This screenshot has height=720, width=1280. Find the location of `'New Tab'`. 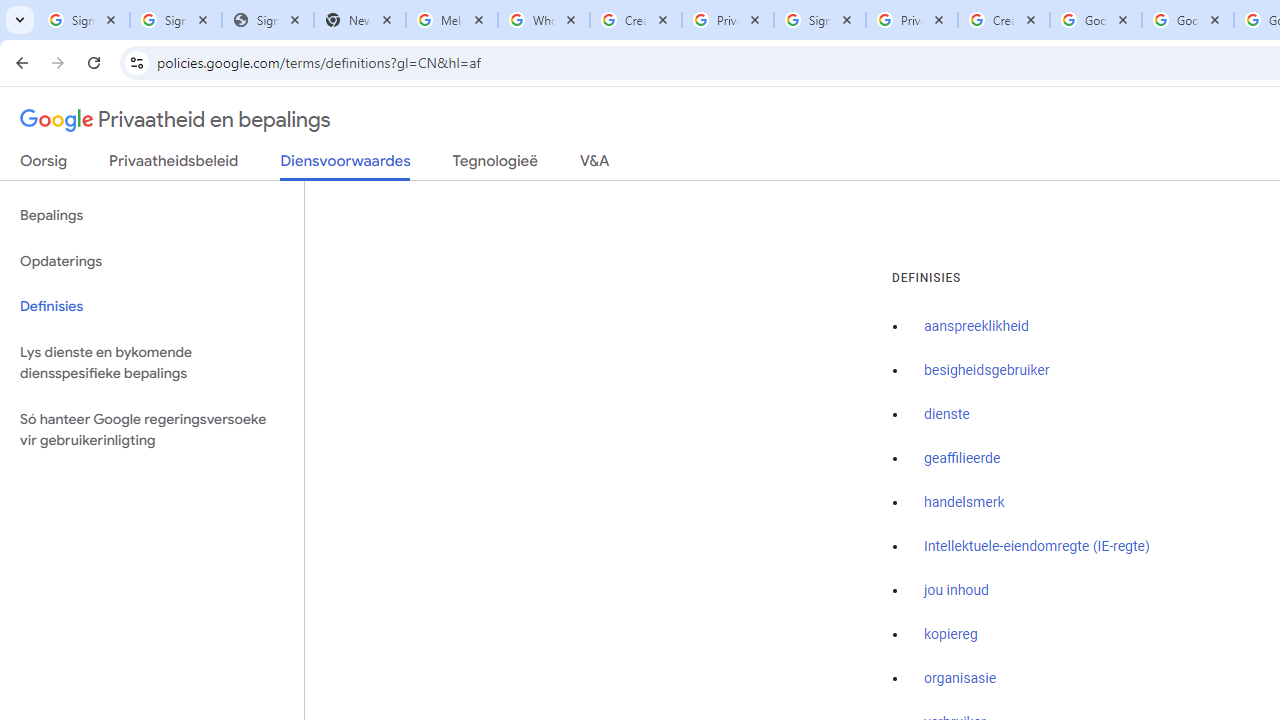

'New Tab' is located at coordinates (359, 20).